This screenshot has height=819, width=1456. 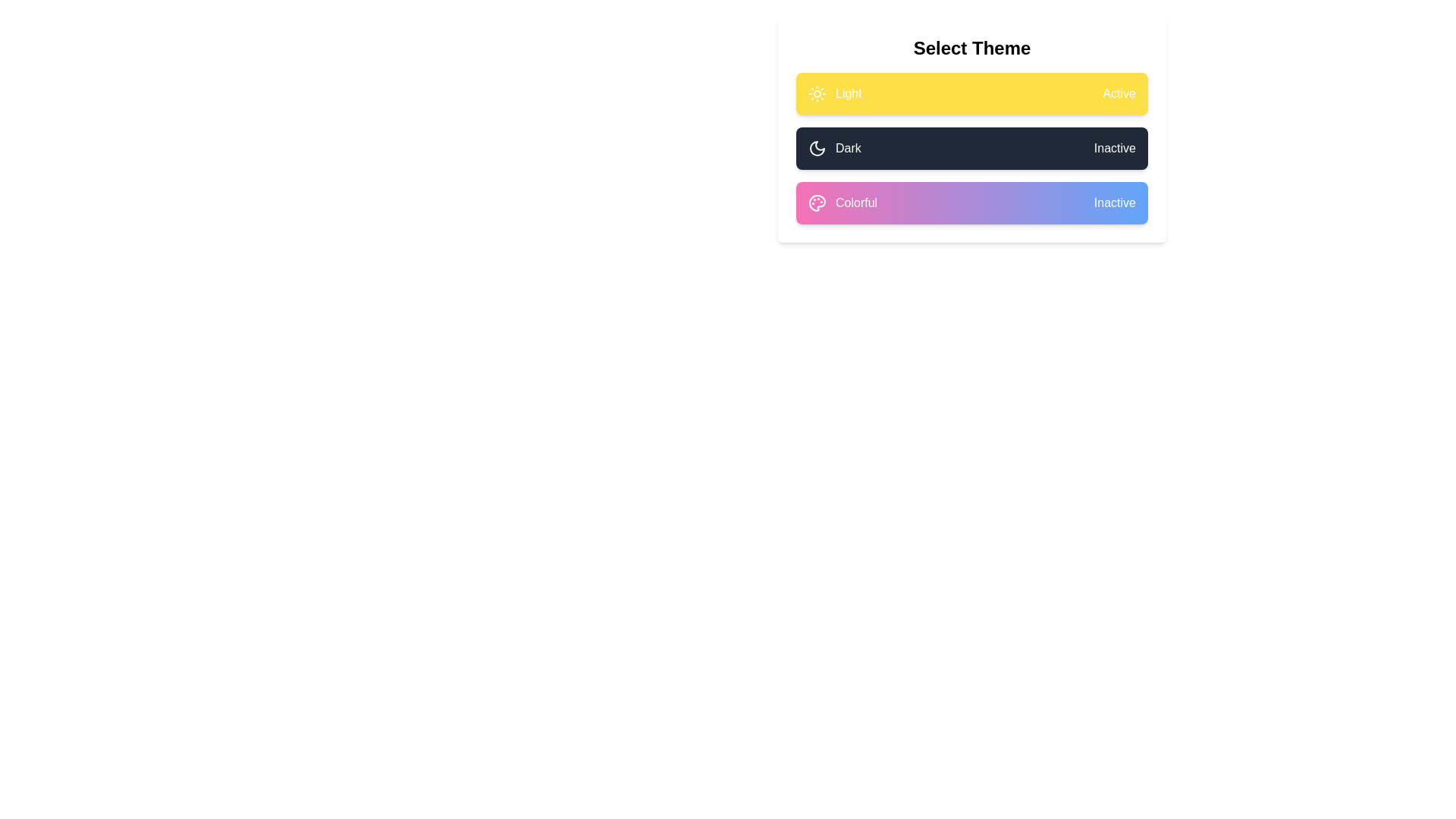 What do you see at coordinates (971, 149) in the screenshot?
I see `the label and icon for the theme Dark` at bounding box center [971, 149].